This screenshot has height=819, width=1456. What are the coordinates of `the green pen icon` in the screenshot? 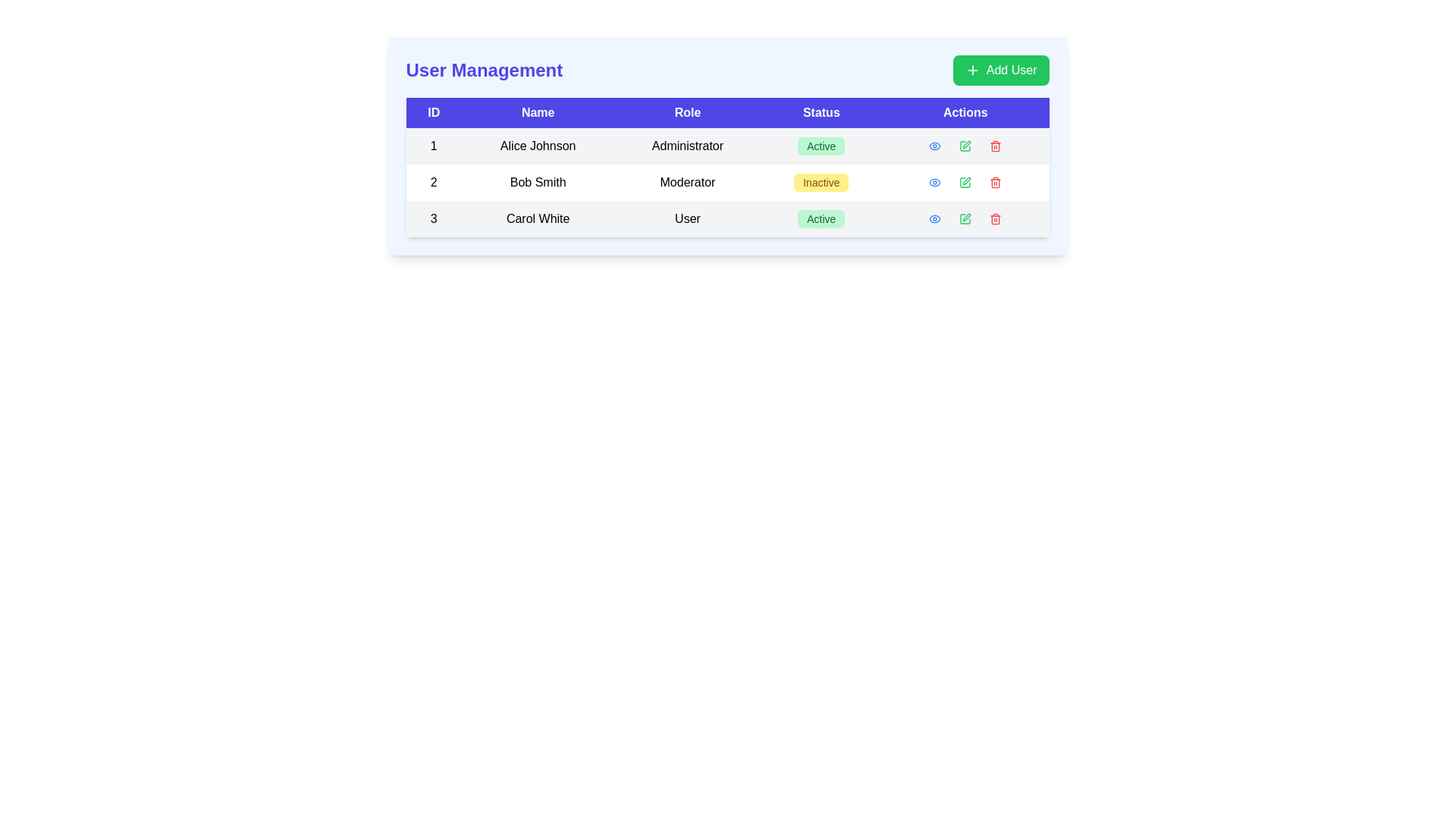 It's located at (965, 146).